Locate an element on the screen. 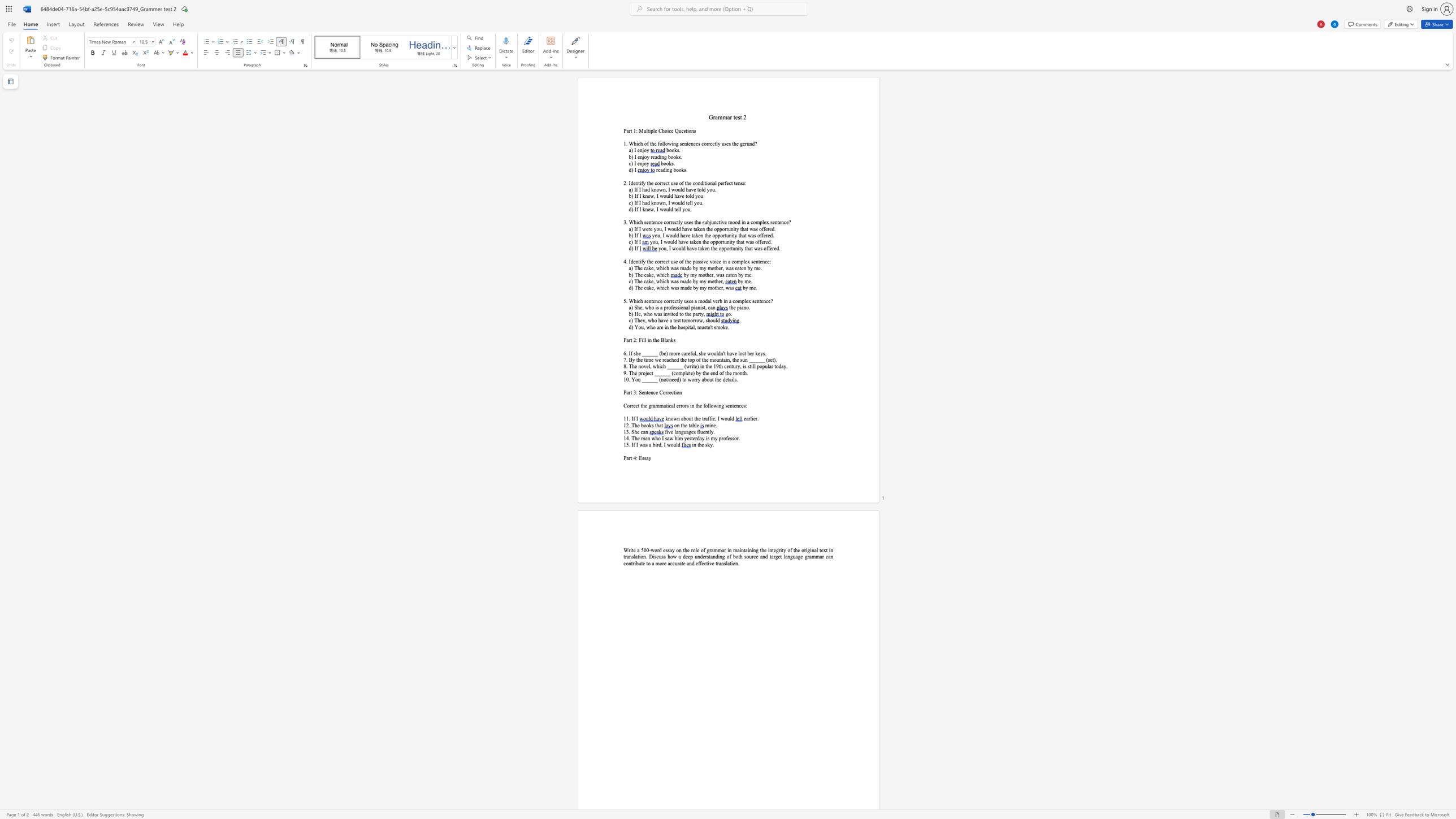 The height and width of the screenshot is (819, 1456). the space between the continuous character "h" and "e" in the text is located at coordinates (697, 418).